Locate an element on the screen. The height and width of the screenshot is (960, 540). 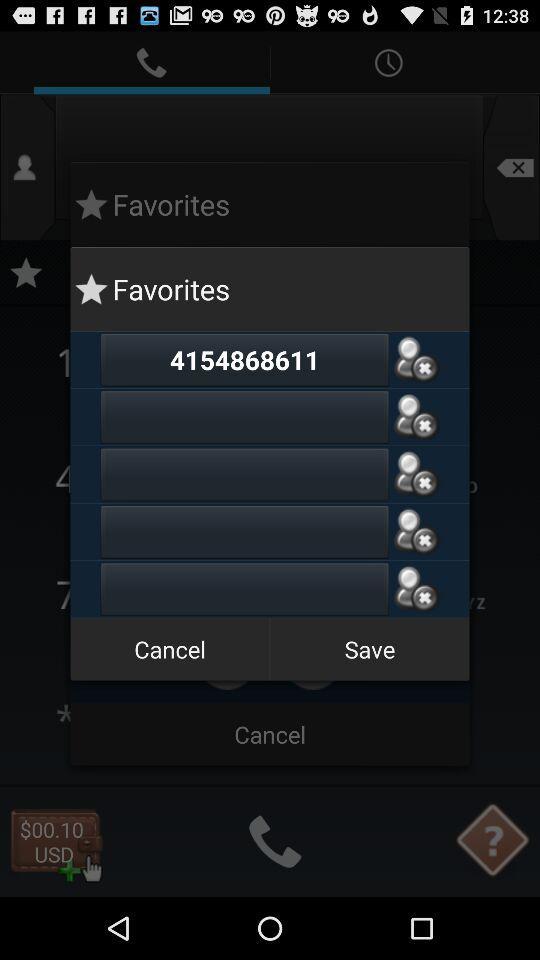
contact to favorites is located at coordinates (415, 474).